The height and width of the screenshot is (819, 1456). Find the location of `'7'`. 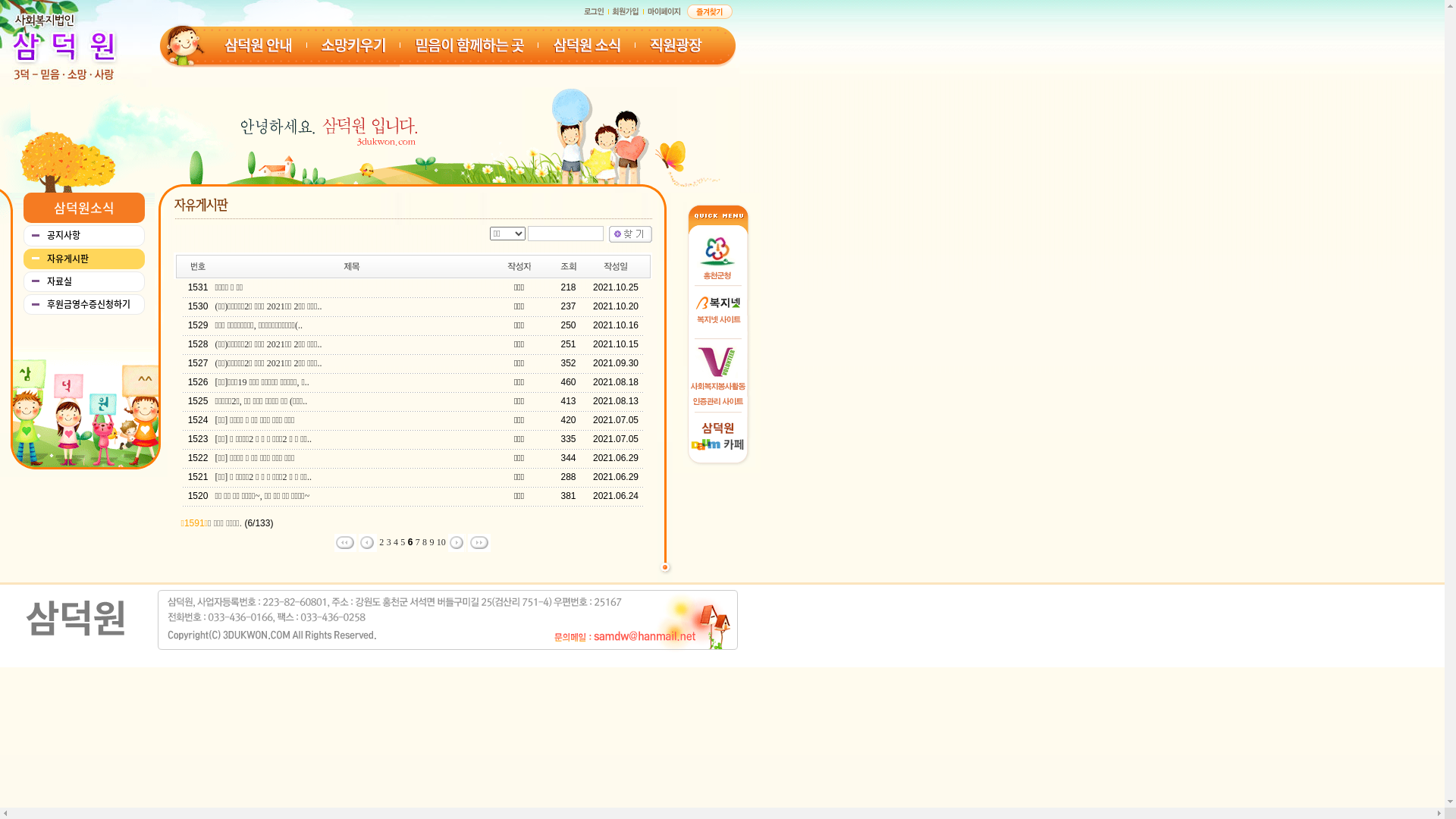

'7' is located at coordinates (415, 541).